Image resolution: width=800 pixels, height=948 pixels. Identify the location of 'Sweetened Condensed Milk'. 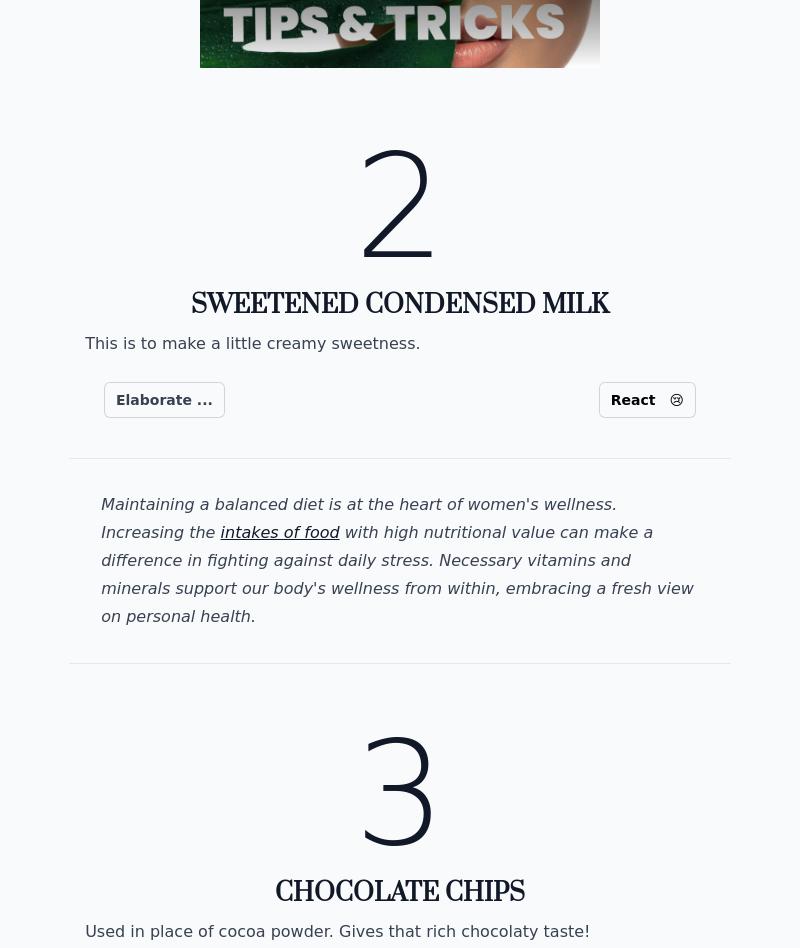
(398, 305).